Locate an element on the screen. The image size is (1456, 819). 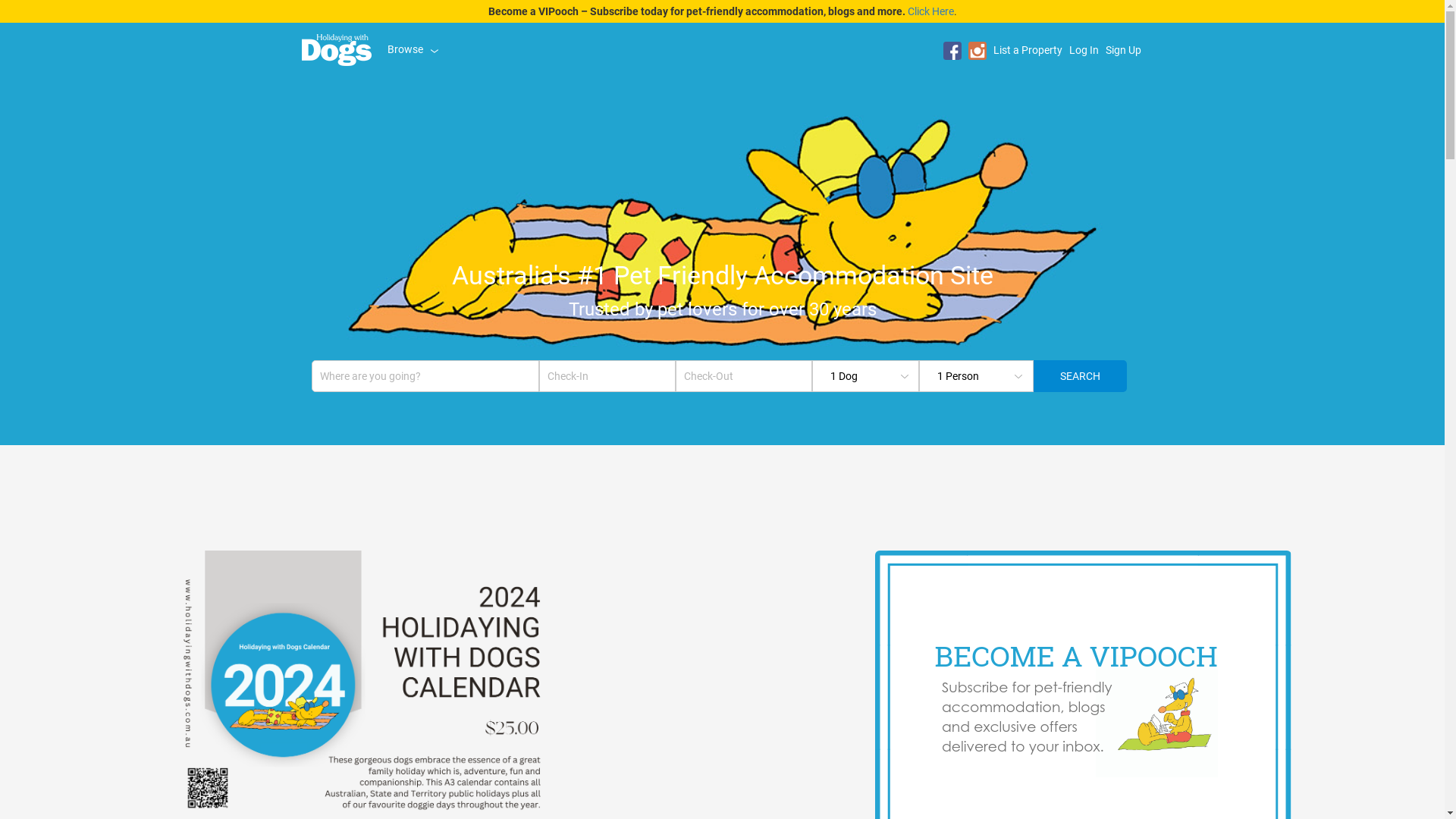
'Search' is located at coordinates (1079, 375).